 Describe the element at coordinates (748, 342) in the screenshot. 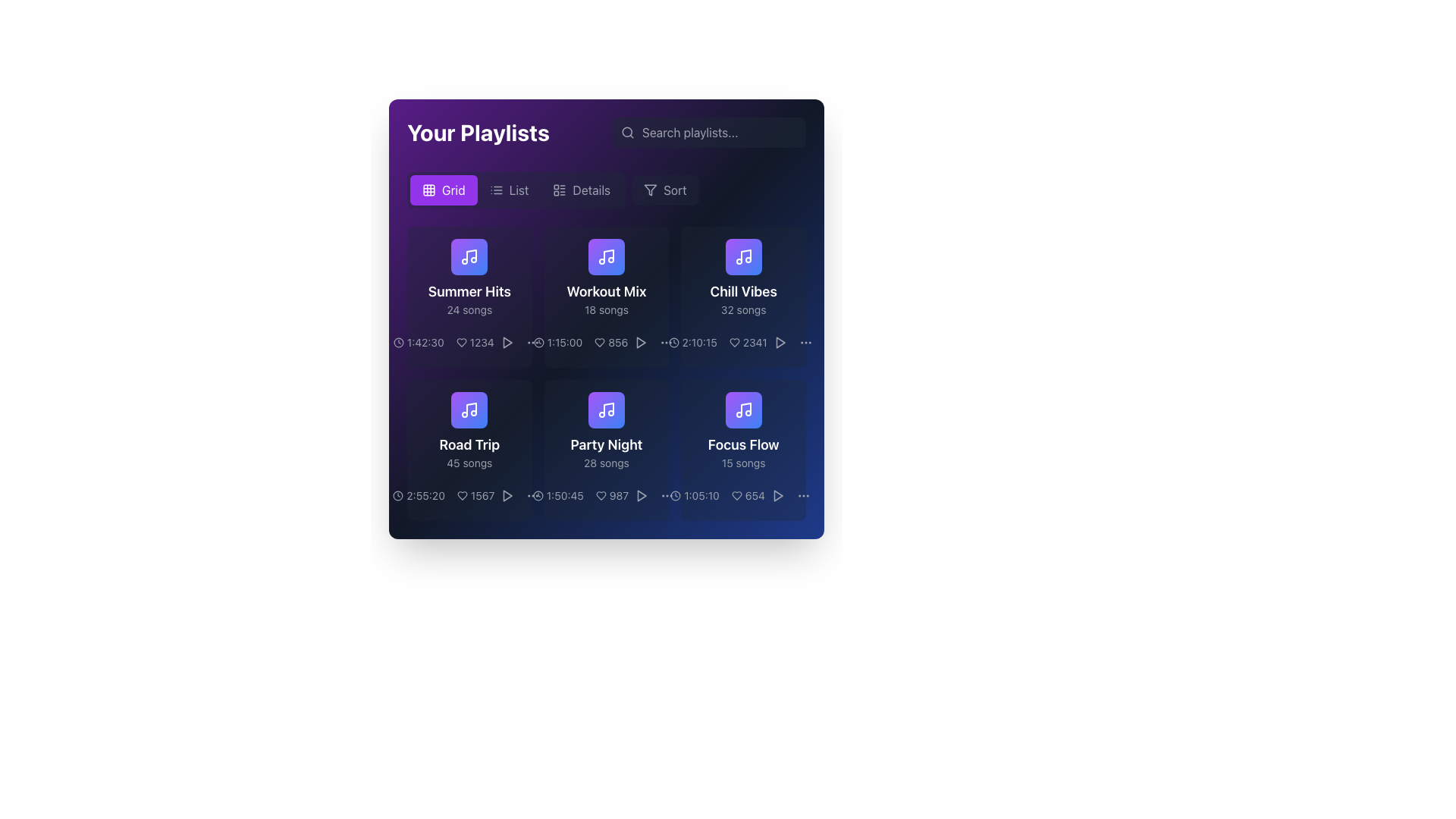

I see `numerical label displaying the number of likes or favorites for the 'Chill Vibes' playlist, located in the lower-right section of the playlist card, next to the heart icon` at that location.